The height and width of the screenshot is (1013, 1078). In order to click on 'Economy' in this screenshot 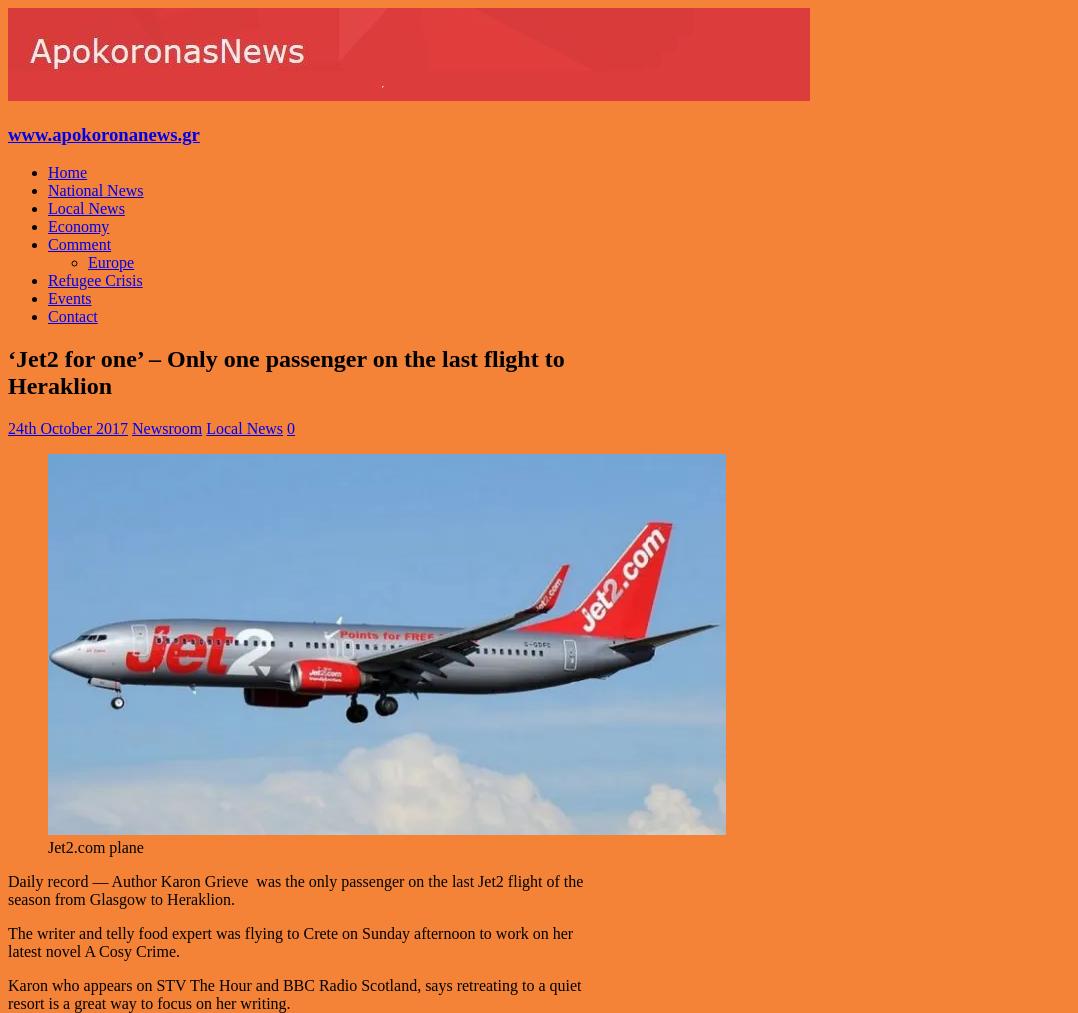, I will do `click(47, 225)`.